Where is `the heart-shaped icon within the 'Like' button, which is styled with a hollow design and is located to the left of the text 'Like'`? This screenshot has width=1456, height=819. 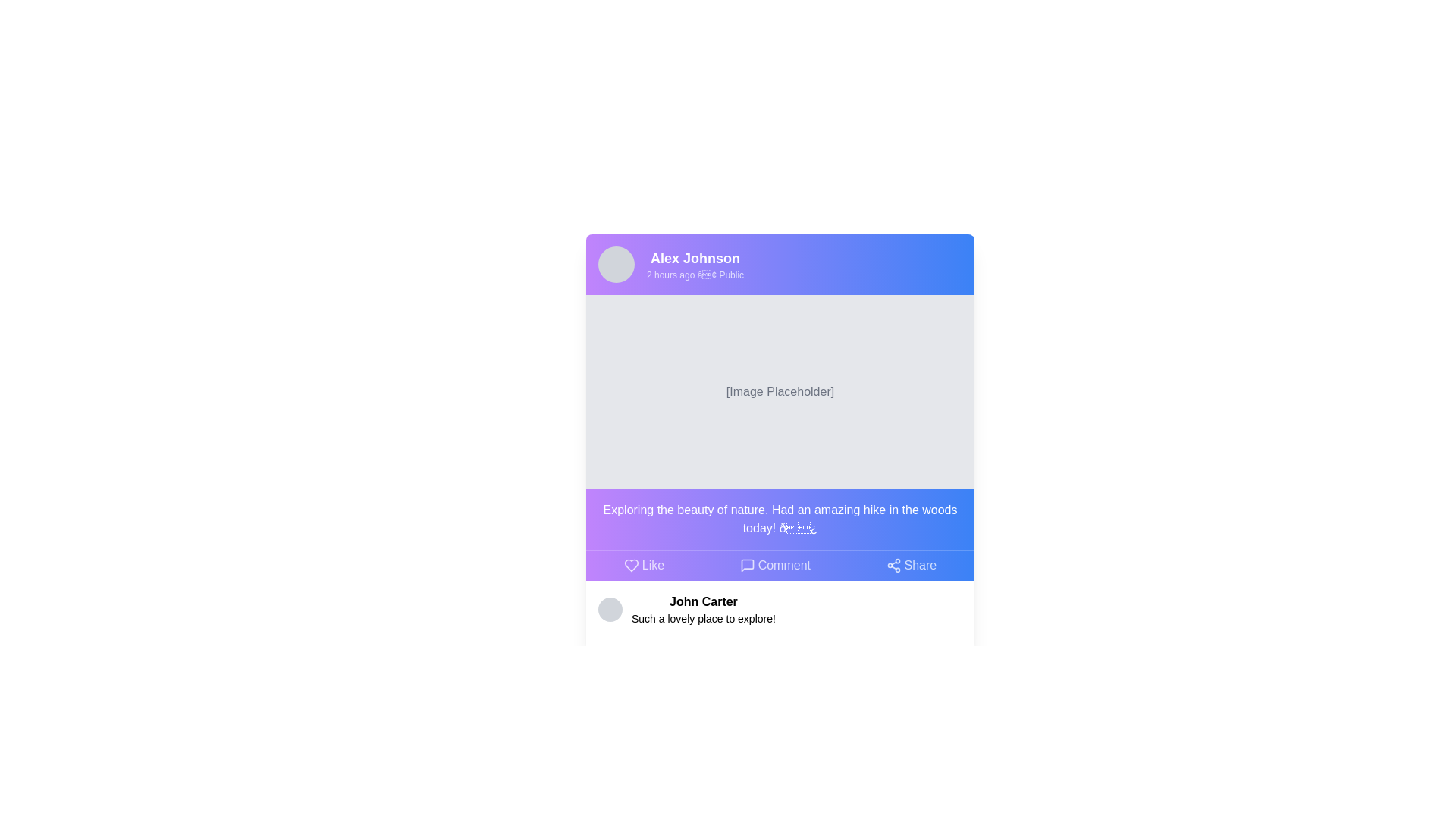 the heart-shaped icon within the 'Like' button, which is styled with a hollow design and is located to the left of the text 'Like' is located at coordinates (631, 565).